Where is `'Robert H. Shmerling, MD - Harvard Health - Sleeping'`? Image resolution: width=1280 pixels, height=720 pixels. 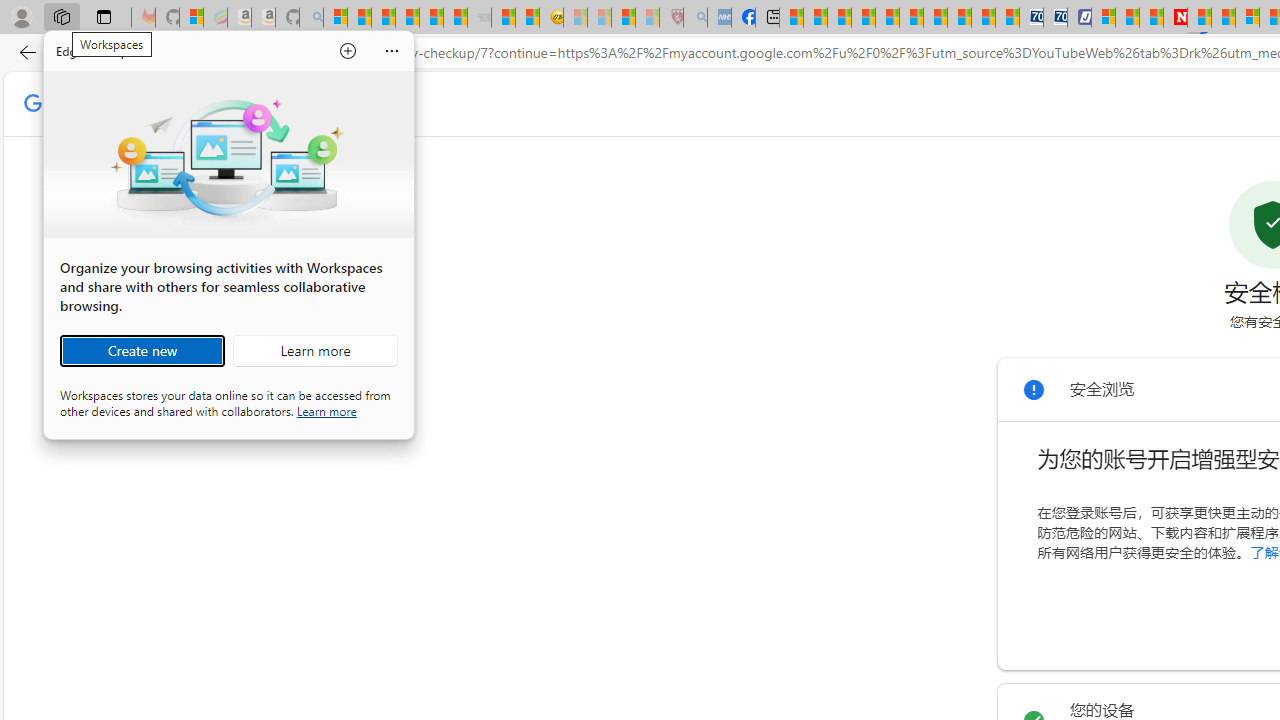 'Robert H. Shmerling, MD - Harvard Health - Sleeping' is located at coordinates (672, 17).